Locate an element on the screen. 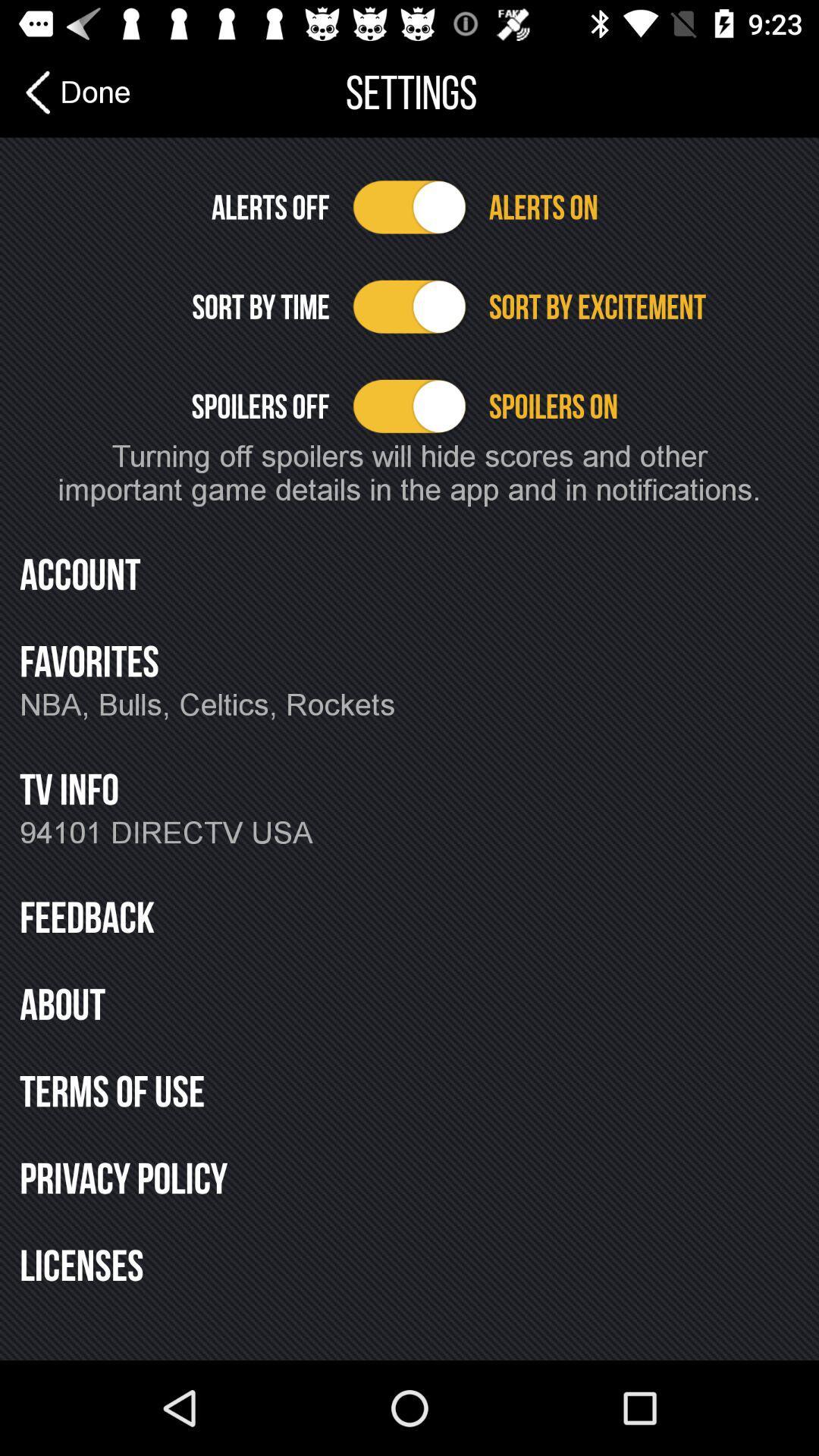 The height and width of the screenshot is (1456, 819). alerts off item is located at coordinates (174, 206).